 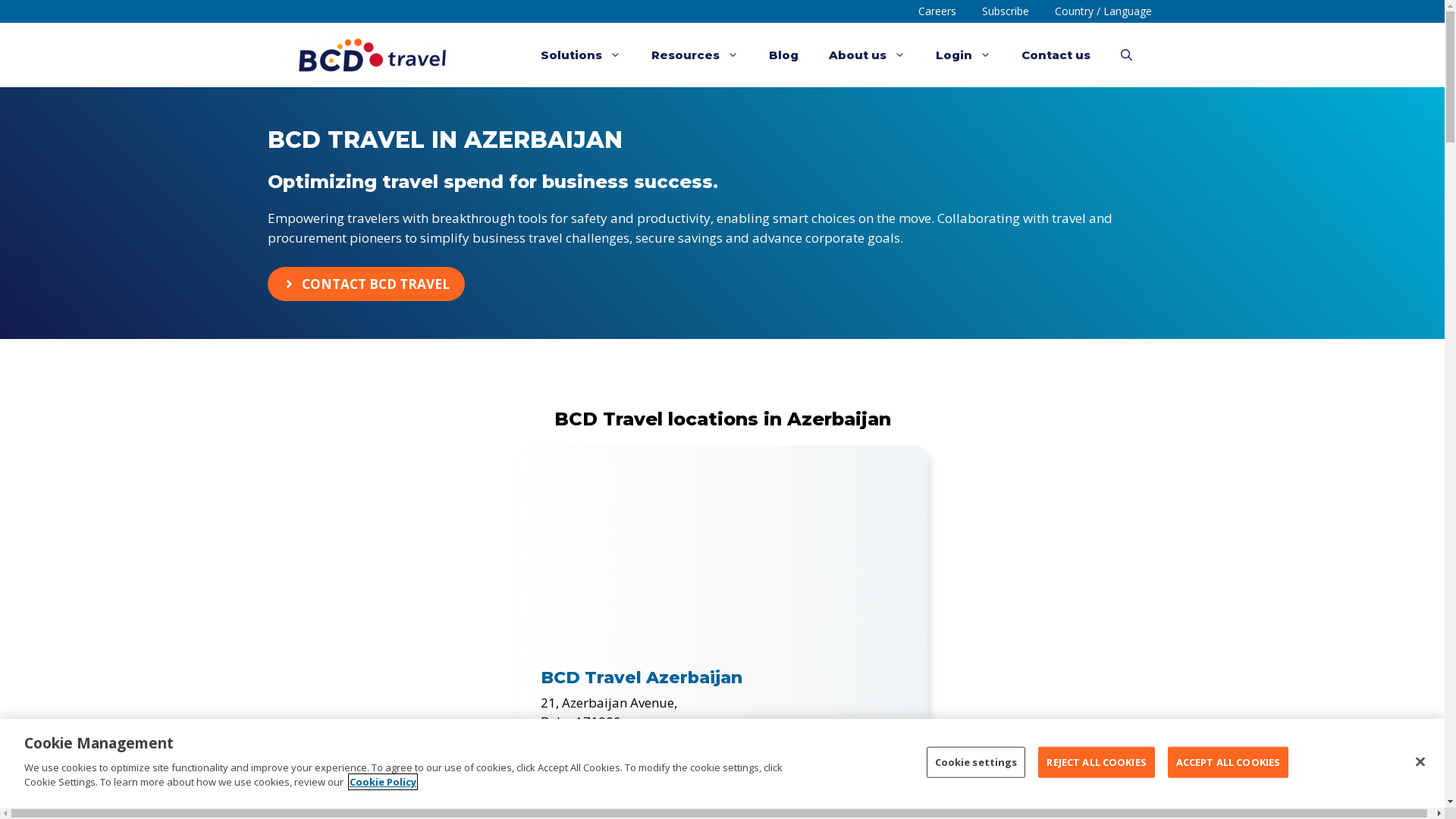 What do you see at coordinates (866, 54) in the screenshot?
I see `'About us'` at bounding box center [866, 54].